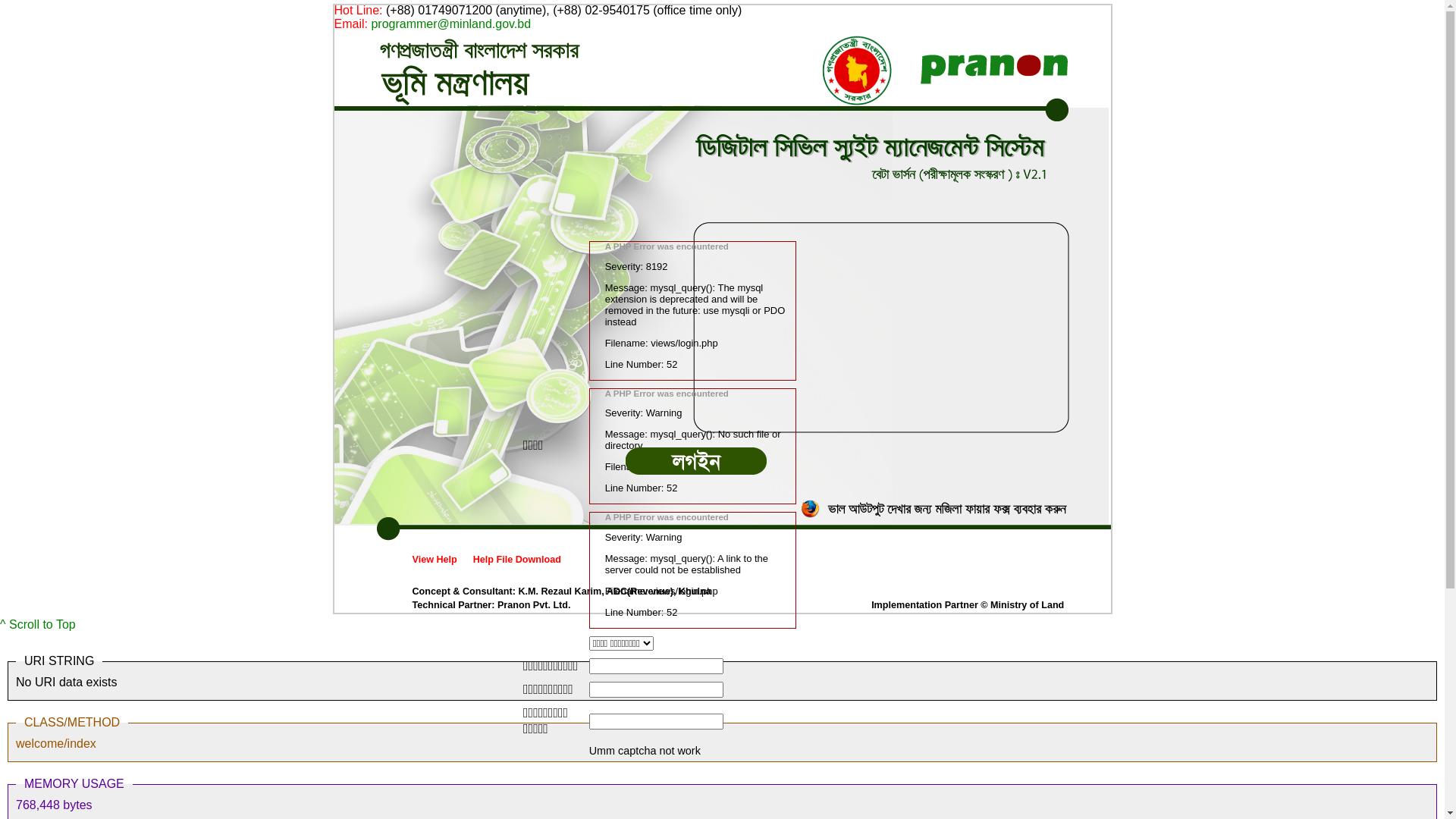 This screenshot has height=819, width=1456. I want to click on 'View Help', so click(434, 559).